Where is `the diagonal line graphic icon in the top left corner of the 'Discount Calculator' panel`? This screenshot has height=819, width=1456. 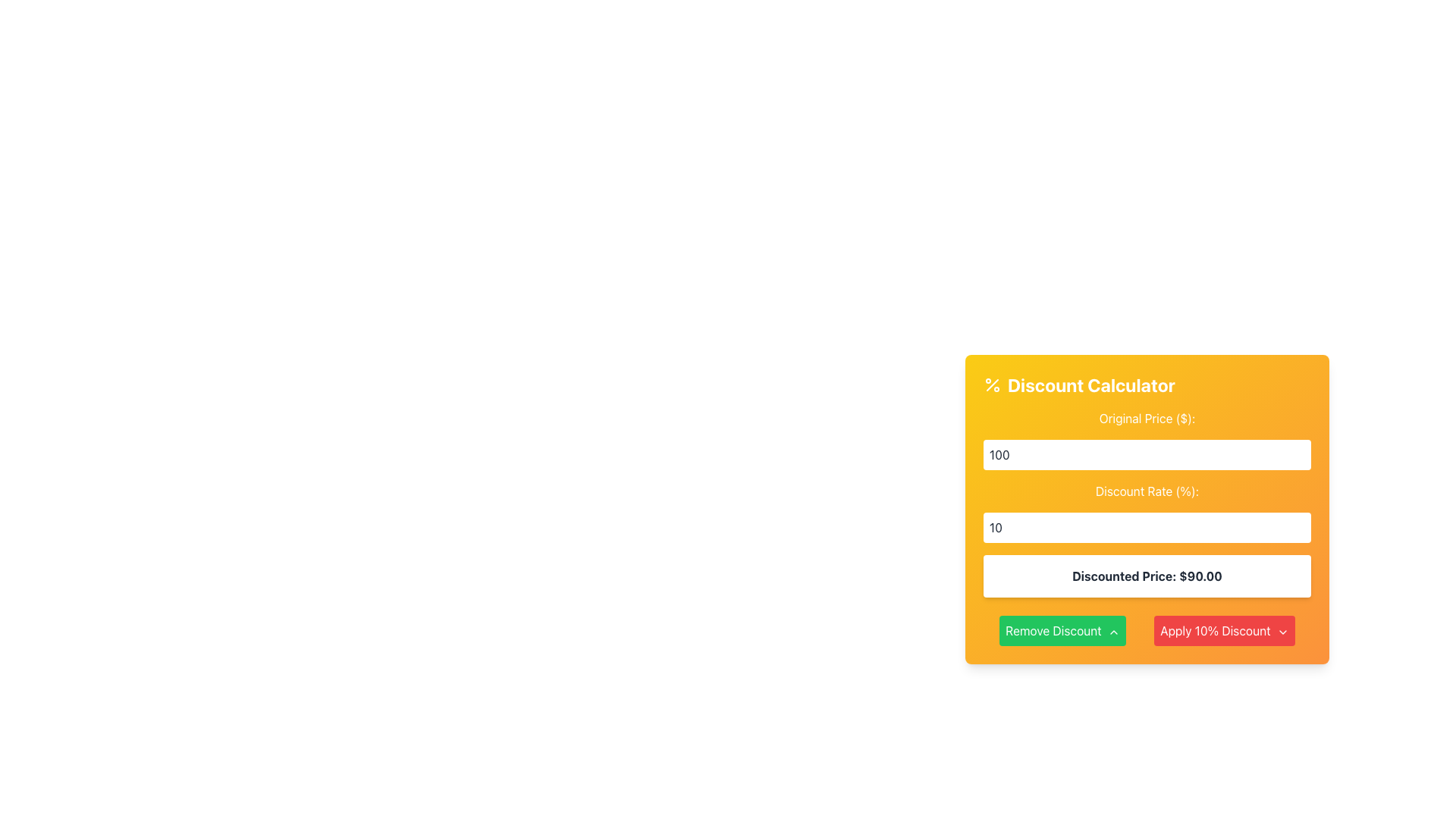 the diagonal line graphic icon in the top left corner of the 'Discount Calculator' panel is located at coordinates (993, 384).